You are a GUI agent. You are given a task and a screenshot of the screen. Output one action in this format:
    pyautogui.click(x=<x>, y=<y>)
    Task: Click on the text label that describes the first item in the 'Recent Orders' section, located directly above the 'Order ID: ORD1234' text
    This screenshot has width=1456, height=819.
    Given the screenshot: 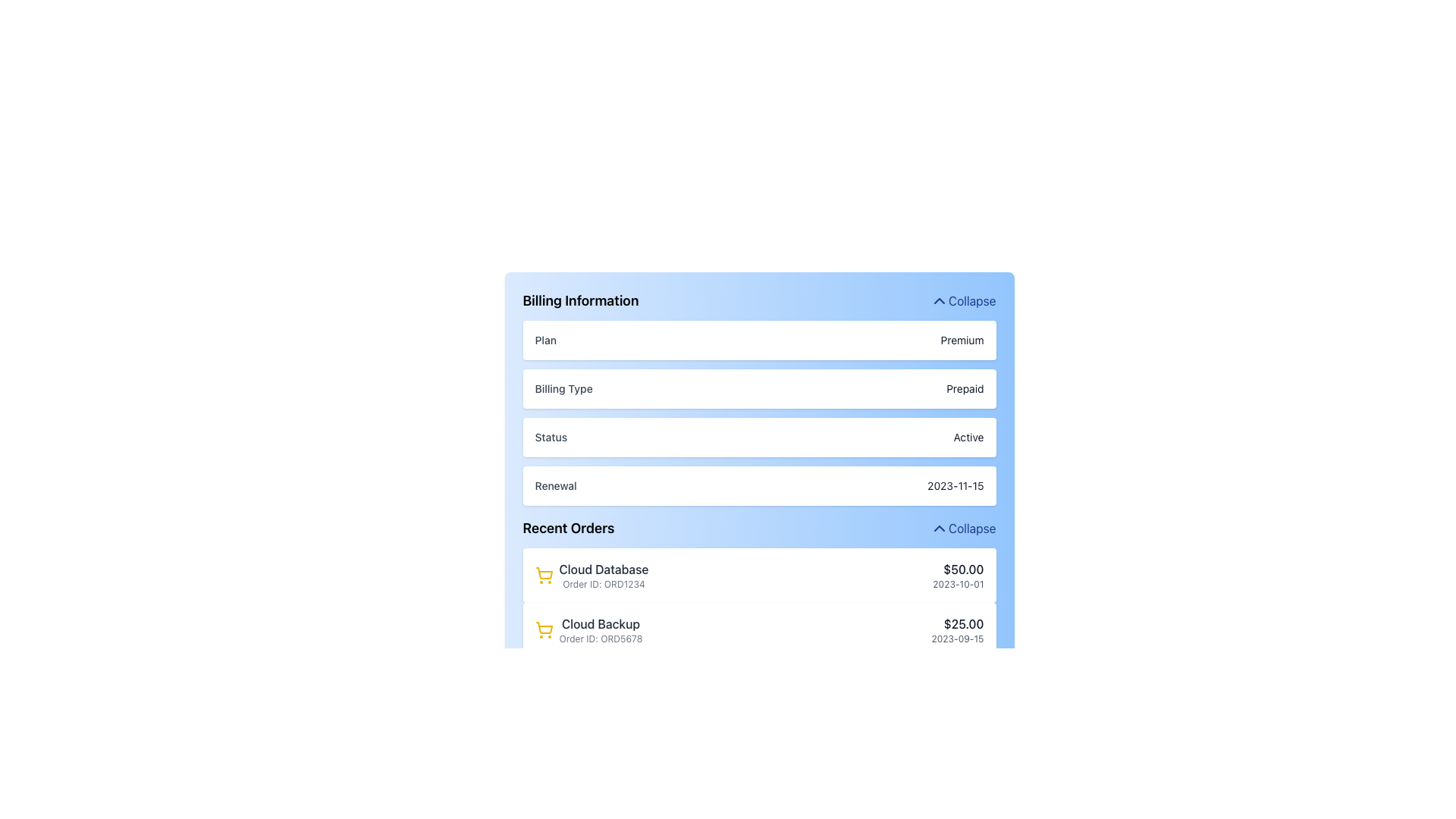 What is the action you would take?
    pyautogui.click(x=603, y=570)
    